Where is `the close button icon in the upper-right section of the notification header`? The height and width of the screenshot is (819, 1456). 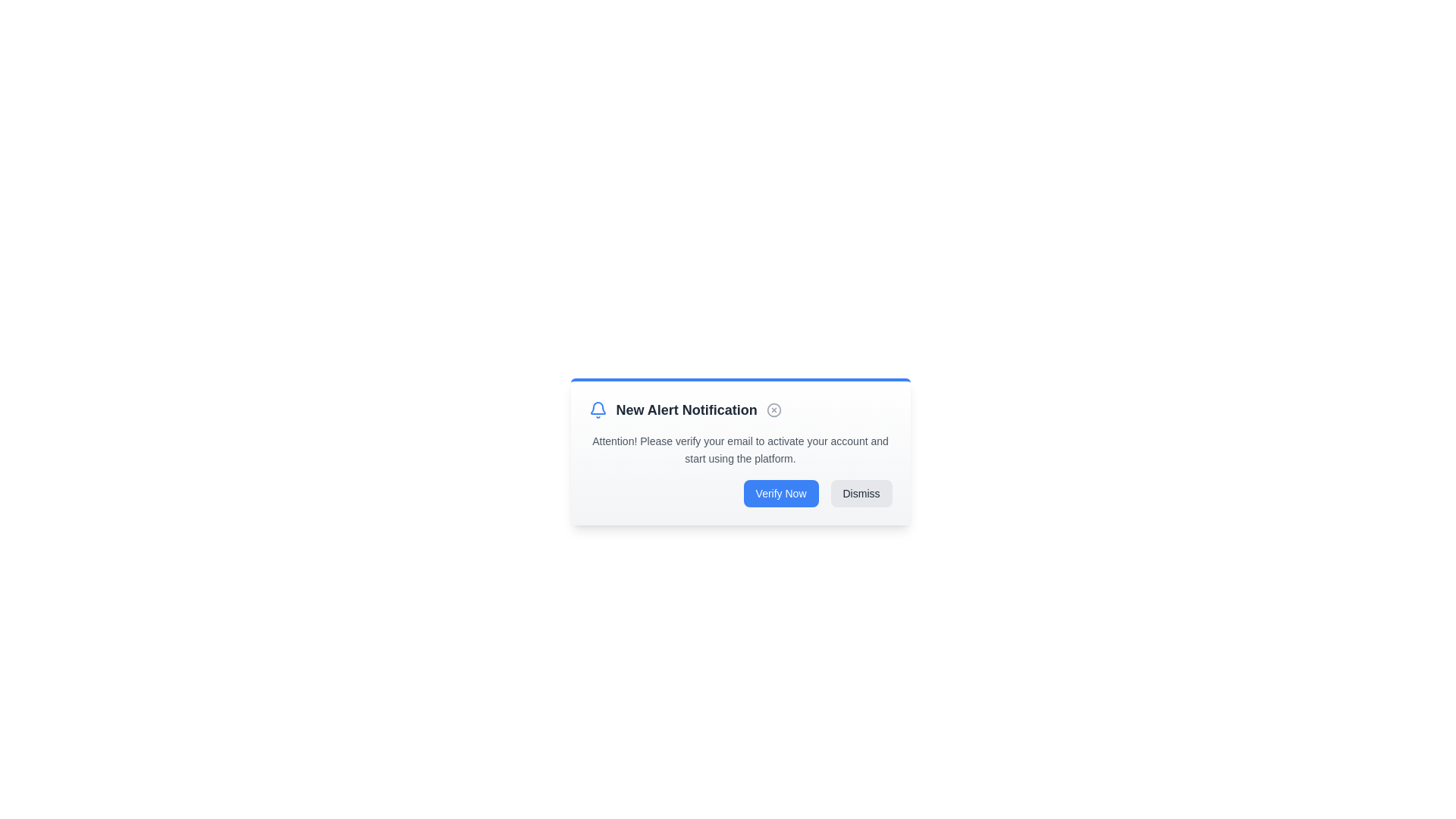
the close button icon in the upper-right section of the notification header is located at coordinates (773, 409).